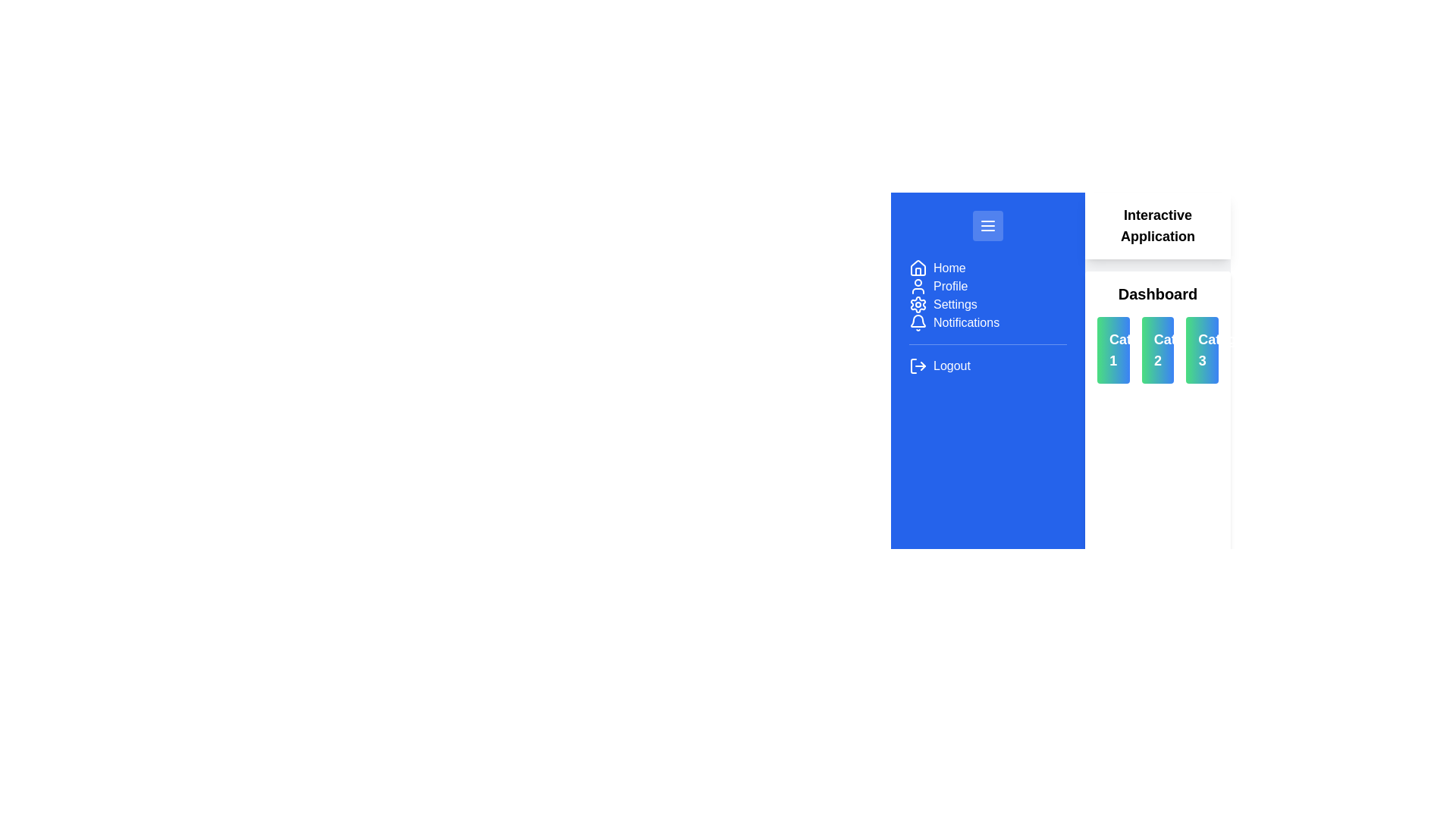  I want to click on the text label reading 'Dashboard' which is positioned at the top of a vertical group of elements, prominently displayed in bold black font against a light background, so click(1156, 294).